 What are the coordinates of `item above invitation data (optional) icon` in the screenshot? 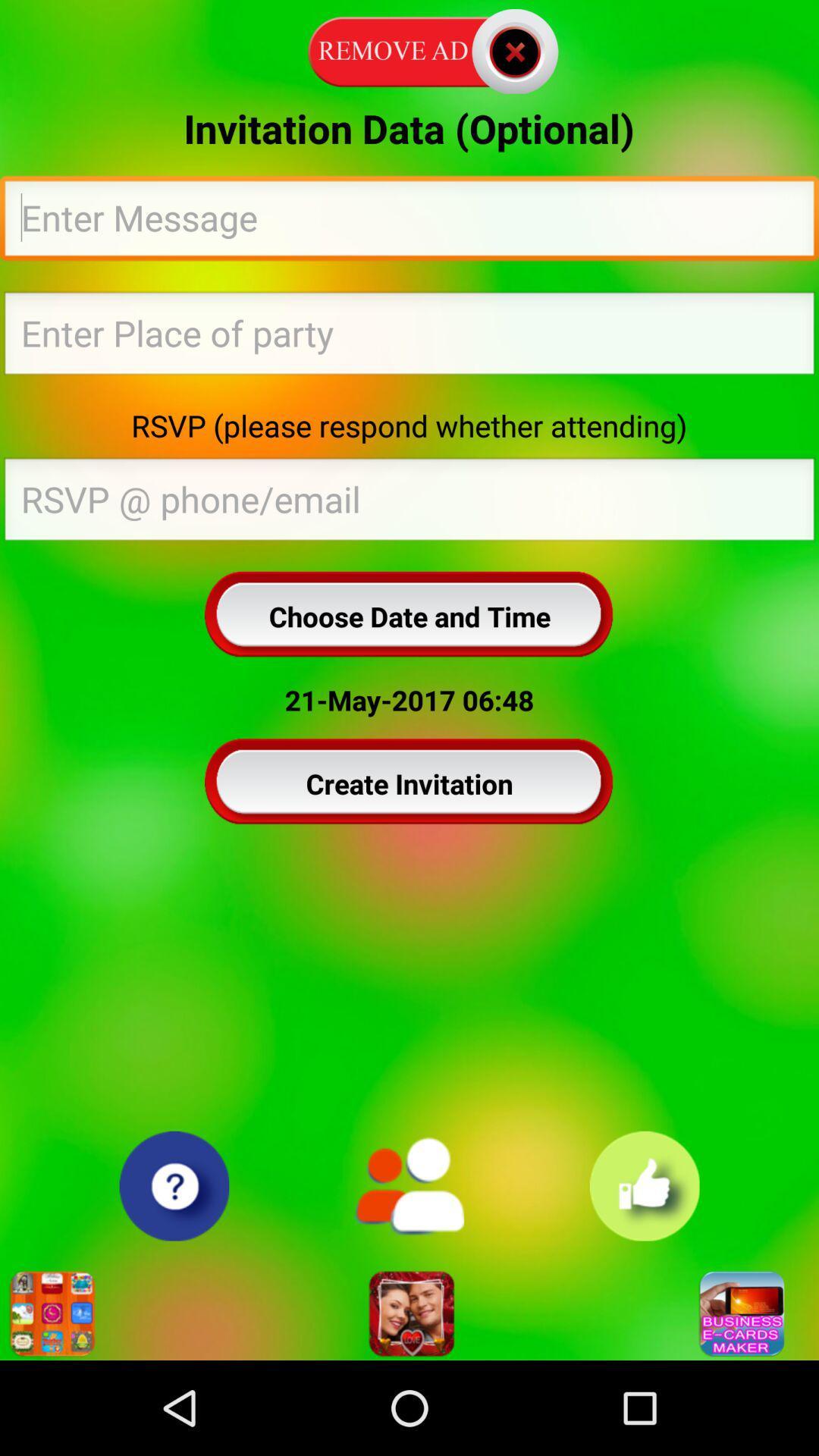 It's located at (409, 49).